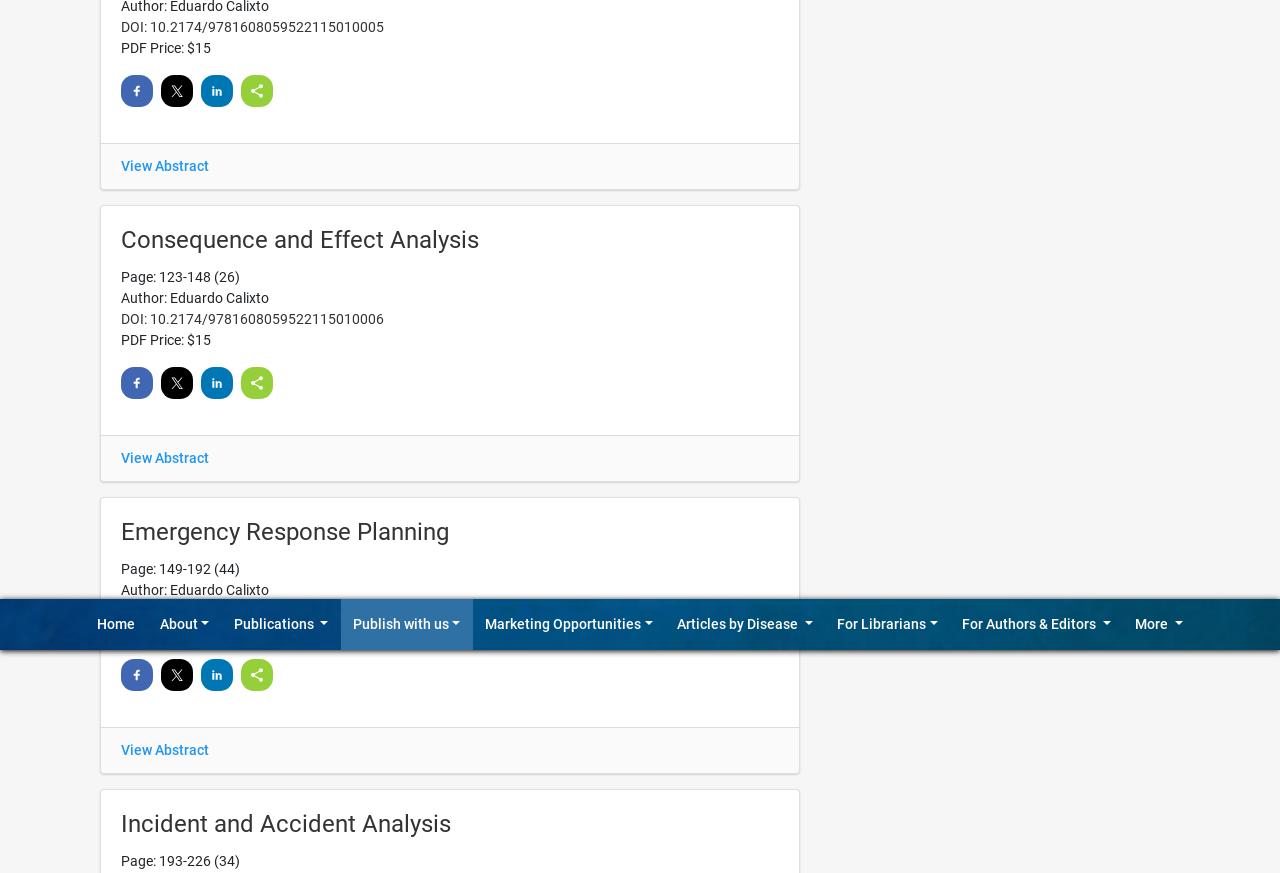  Describe the element at coordinates (1091, 52) in the screenshot. I see `'Endorsements'` at that location.